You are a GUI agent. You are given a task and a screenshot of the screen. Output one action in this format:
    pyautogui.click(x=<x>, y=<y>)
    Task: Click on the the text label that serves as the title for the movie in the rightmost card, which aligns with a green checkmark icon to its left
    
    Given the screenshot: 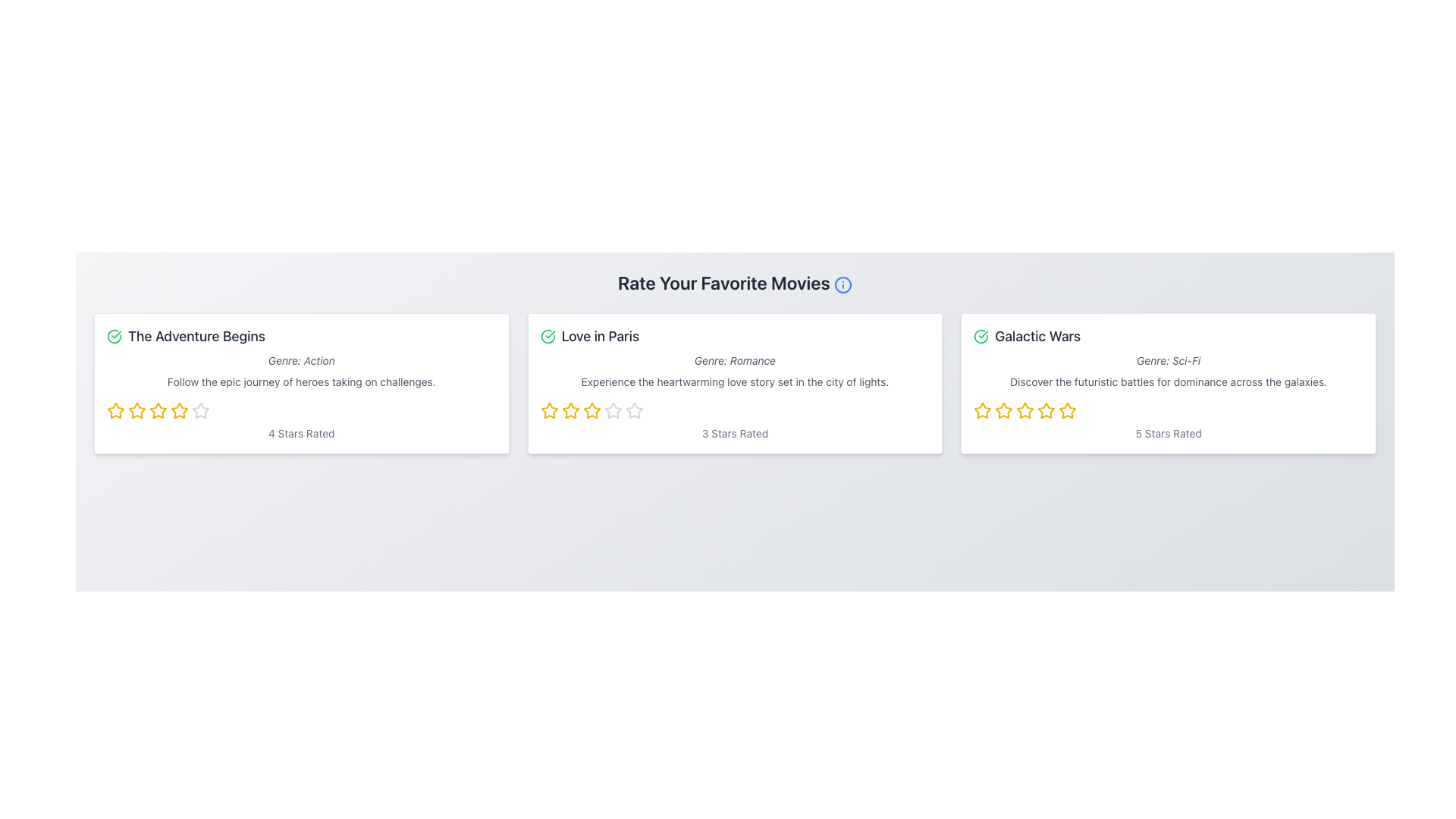 What is the action you would take?
    pyautogui.click(x=1037, y=335)
    